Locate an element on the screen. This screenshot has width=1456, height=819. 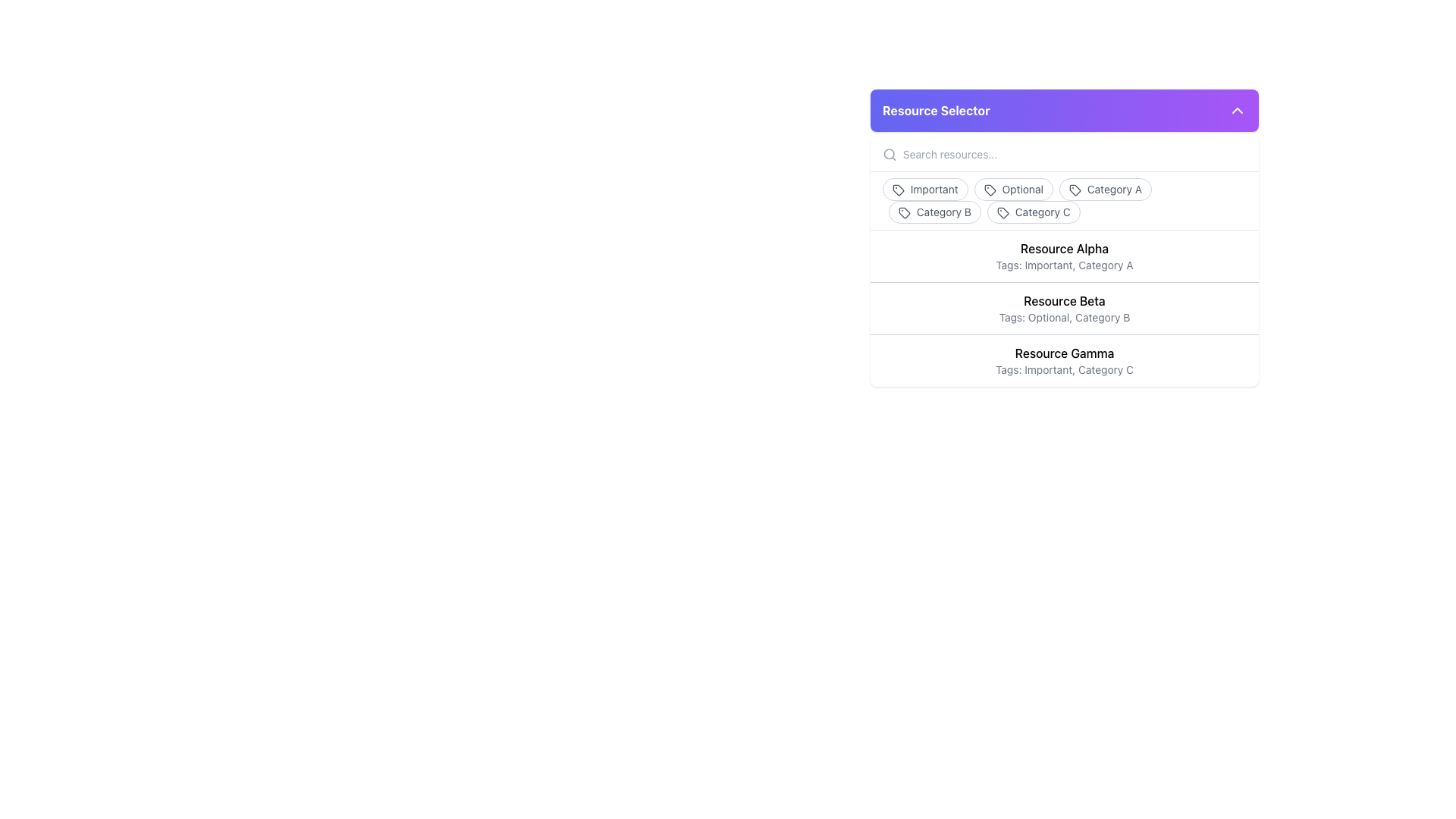
the text label reading 'Tags: Important, Category C', which is displayed in gray within the card module labeled 'Resource Gamma' is located at coordinates (1063, 370).